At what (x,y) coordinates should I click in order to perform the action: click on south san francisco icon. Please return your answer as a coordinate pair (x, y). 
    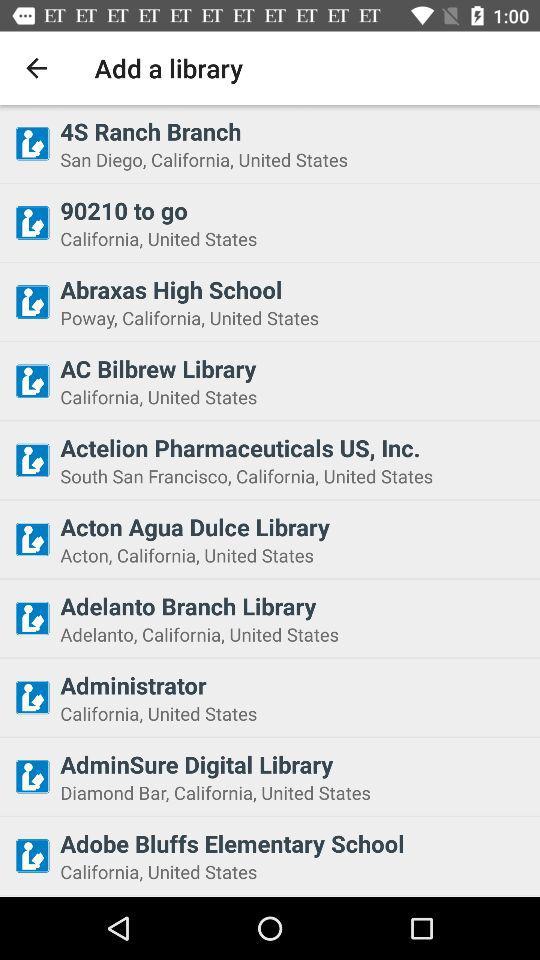
    Looking at the image, I should click on (293, 476).